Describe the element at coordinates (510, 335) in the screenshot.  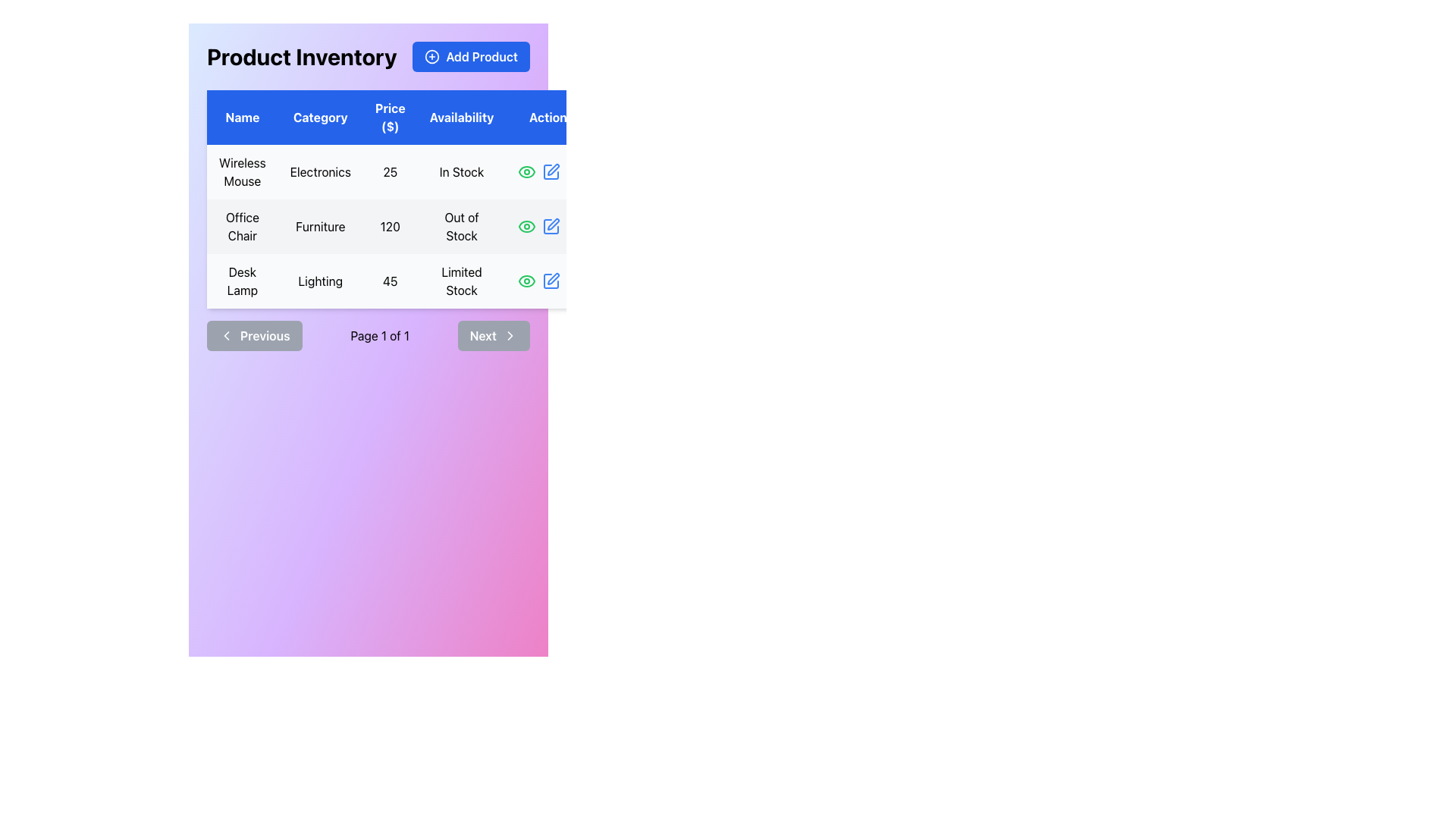
I see `the 'Next' button which contains the right-facing chevron icon` at that location.